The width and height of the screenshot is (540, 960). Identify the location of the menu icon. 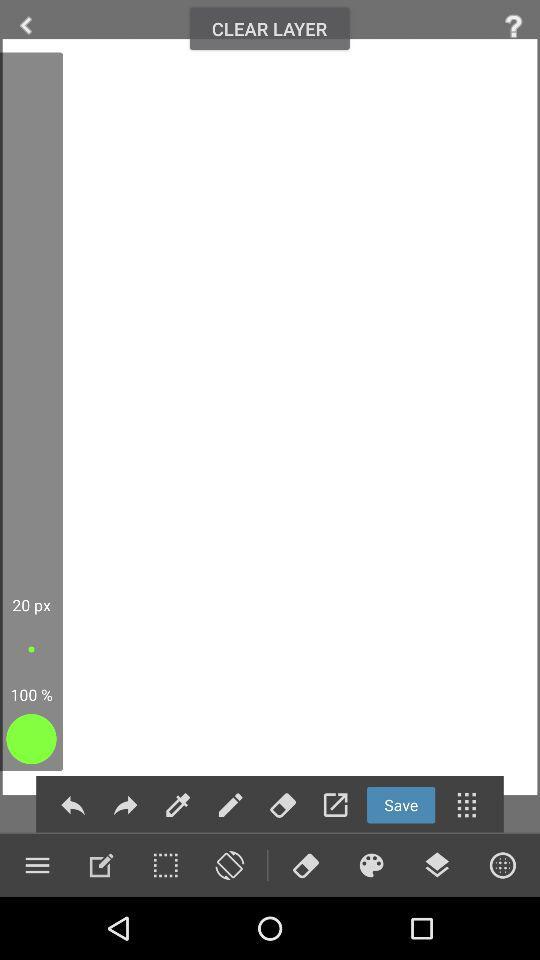
(37, 864).